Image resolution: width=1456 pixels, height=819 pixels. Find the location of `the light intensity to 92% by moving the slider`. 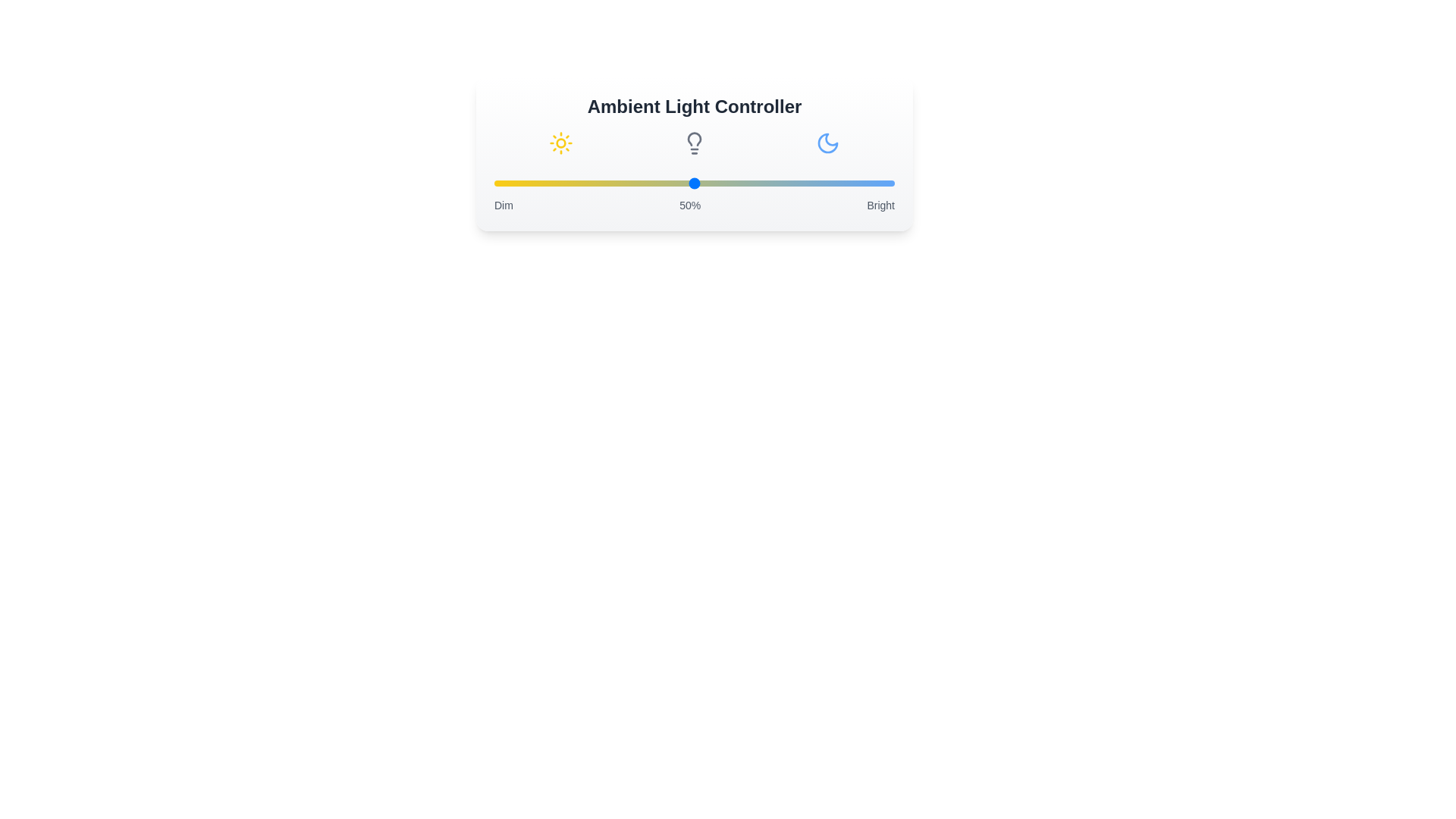

the light intensity to 92% by moving the slider is located at coordinates (862, 183).